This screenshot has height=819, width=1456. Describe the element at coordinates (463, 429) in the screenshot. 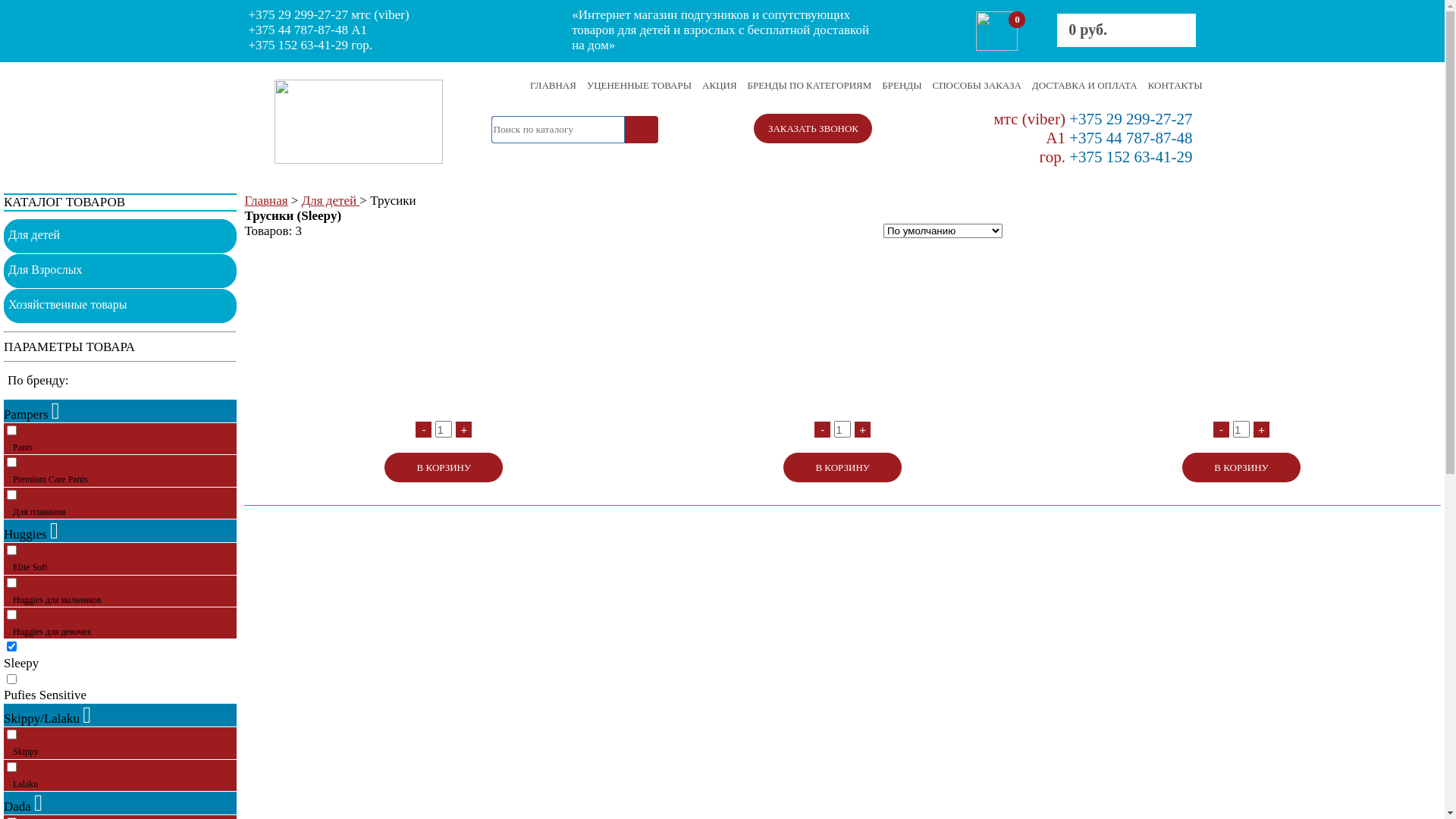

I see `'+'` at that location.